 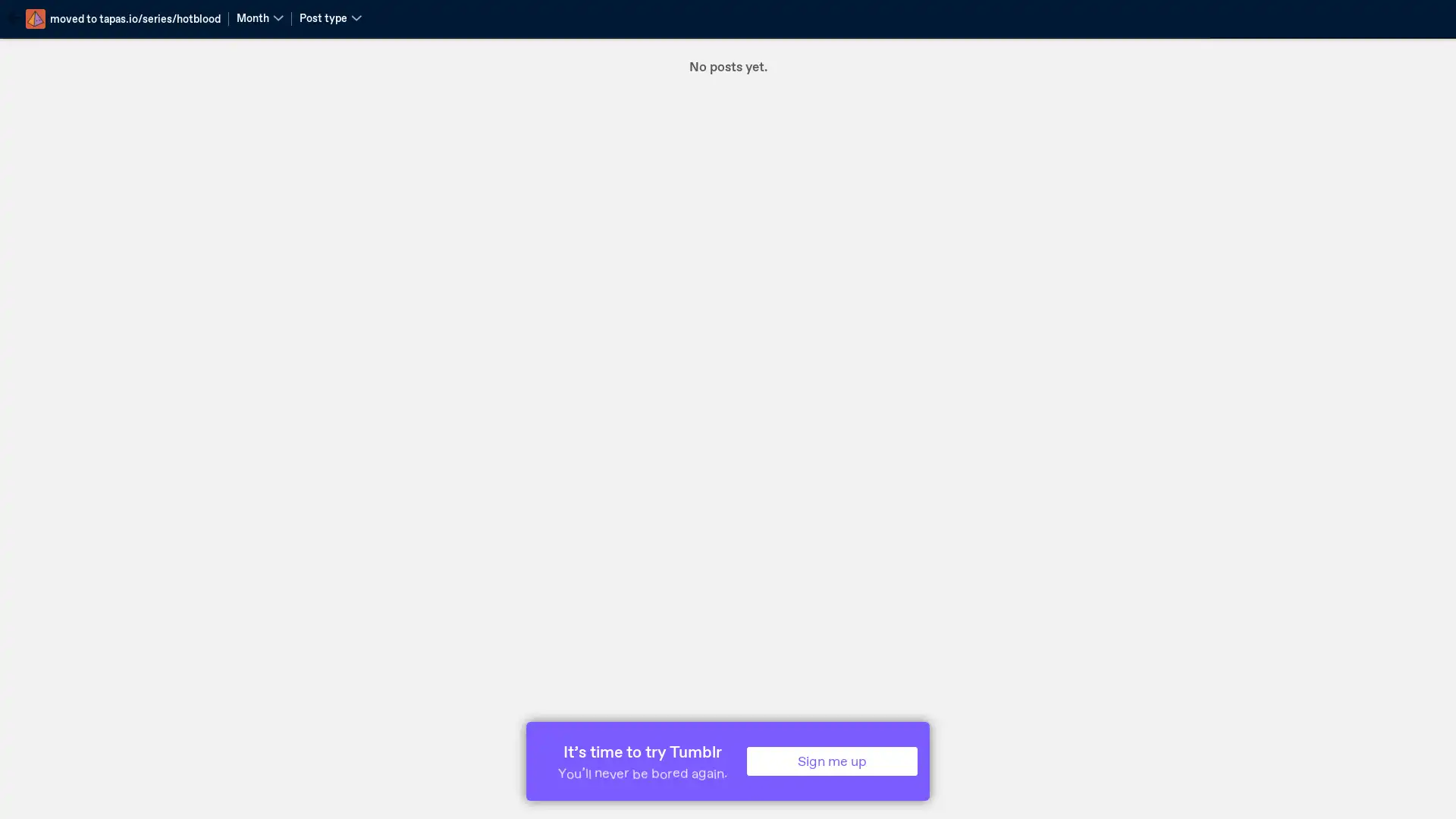 I want to click on Scroll to top, so click(x=1426, y=802).